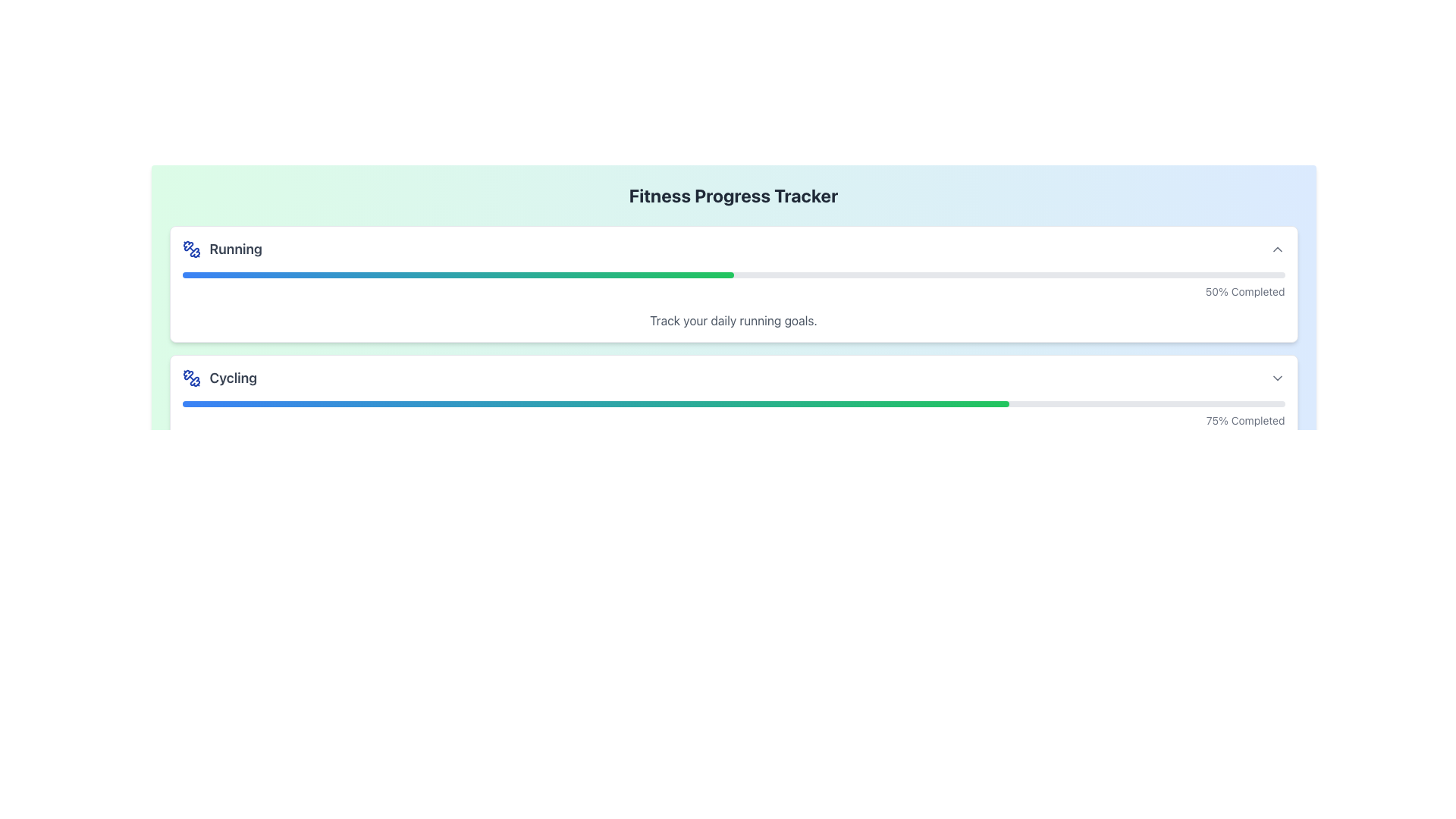  I want to click on the 'Running' Text Label, so click(221, 248).